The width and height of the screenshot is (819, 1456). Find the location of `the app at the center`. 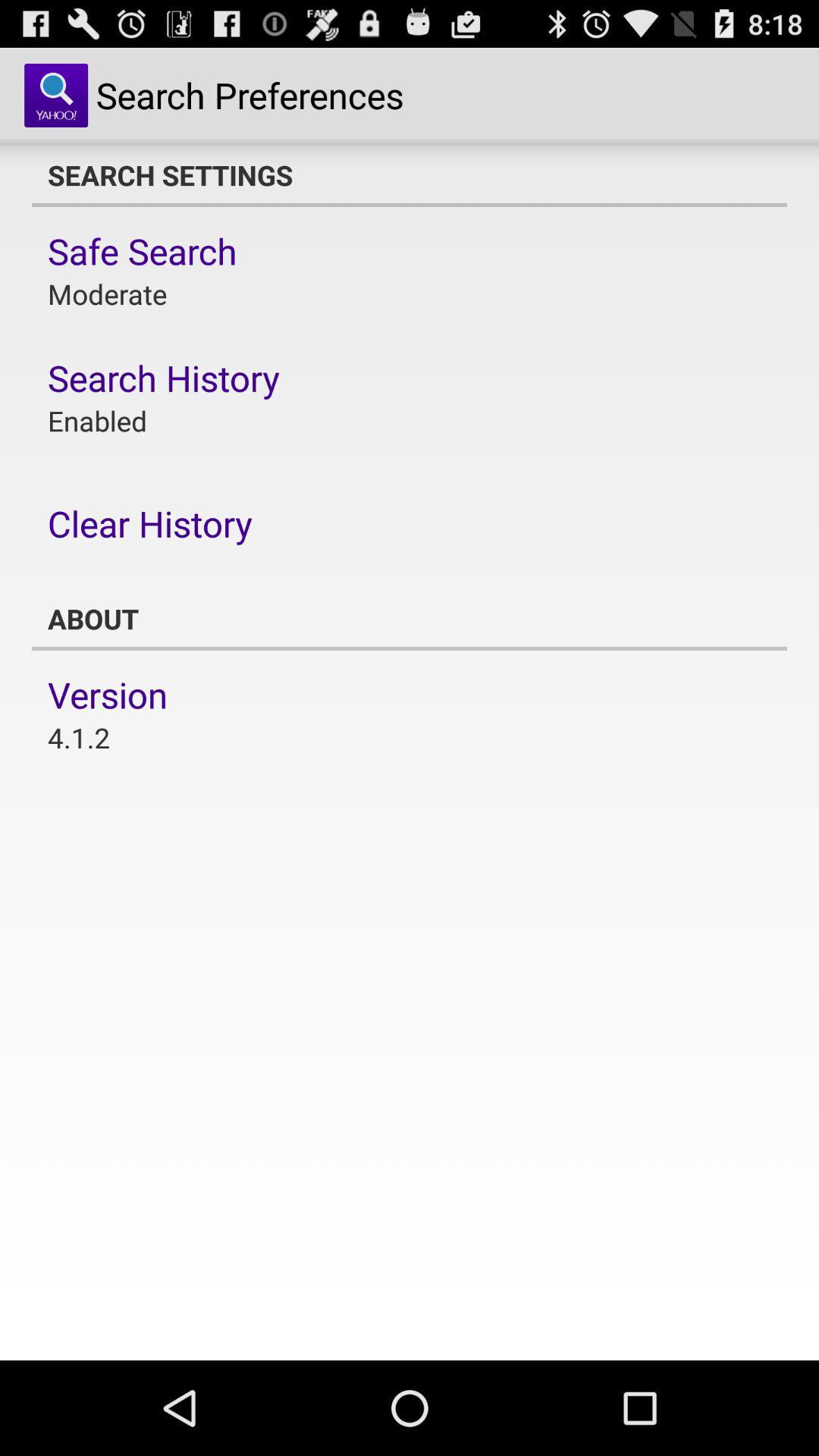

the app at the center is located at coordinates (409, 619).